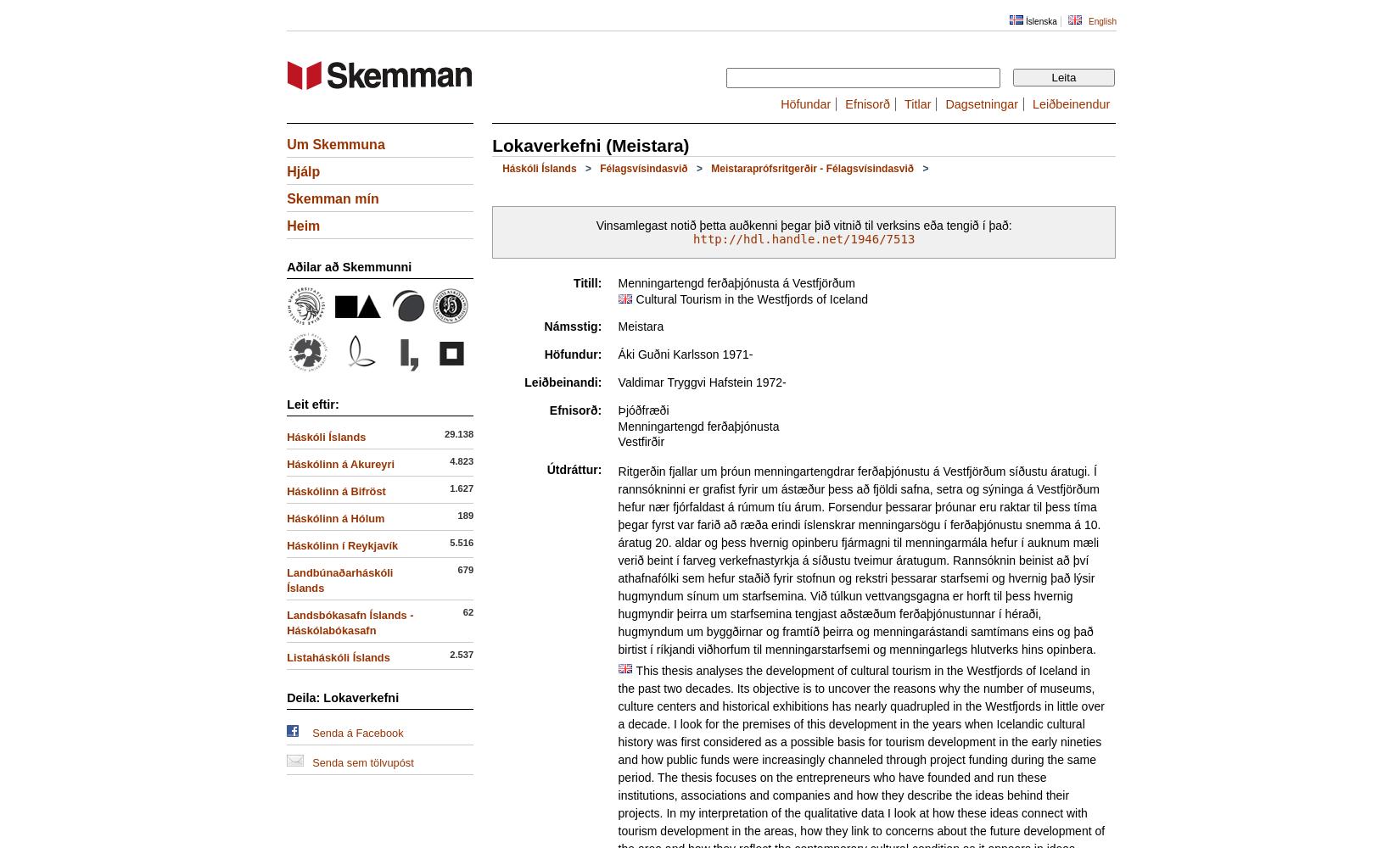 The height and width of the screenshot is (848, 1400). I want to click on 'Félagsvísindasvið', so click(643, 168).